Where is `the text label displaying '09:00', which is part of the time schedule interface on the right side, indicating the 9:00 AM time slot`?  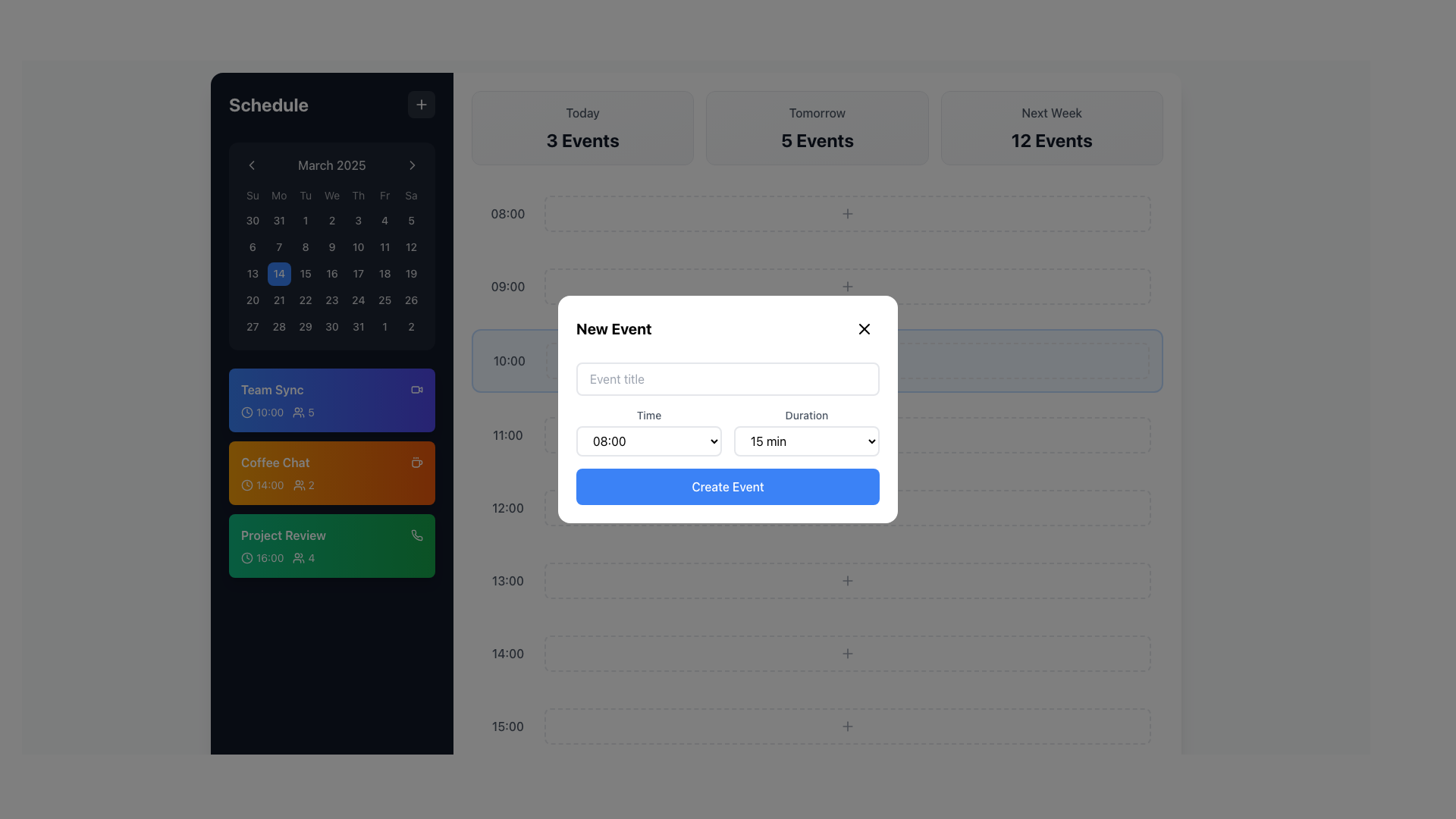
the text label displaying '09:00', which is part of the time schedule interface on the right side, indicating the 9:00 AM time slot is located at coordinates (508, 287).